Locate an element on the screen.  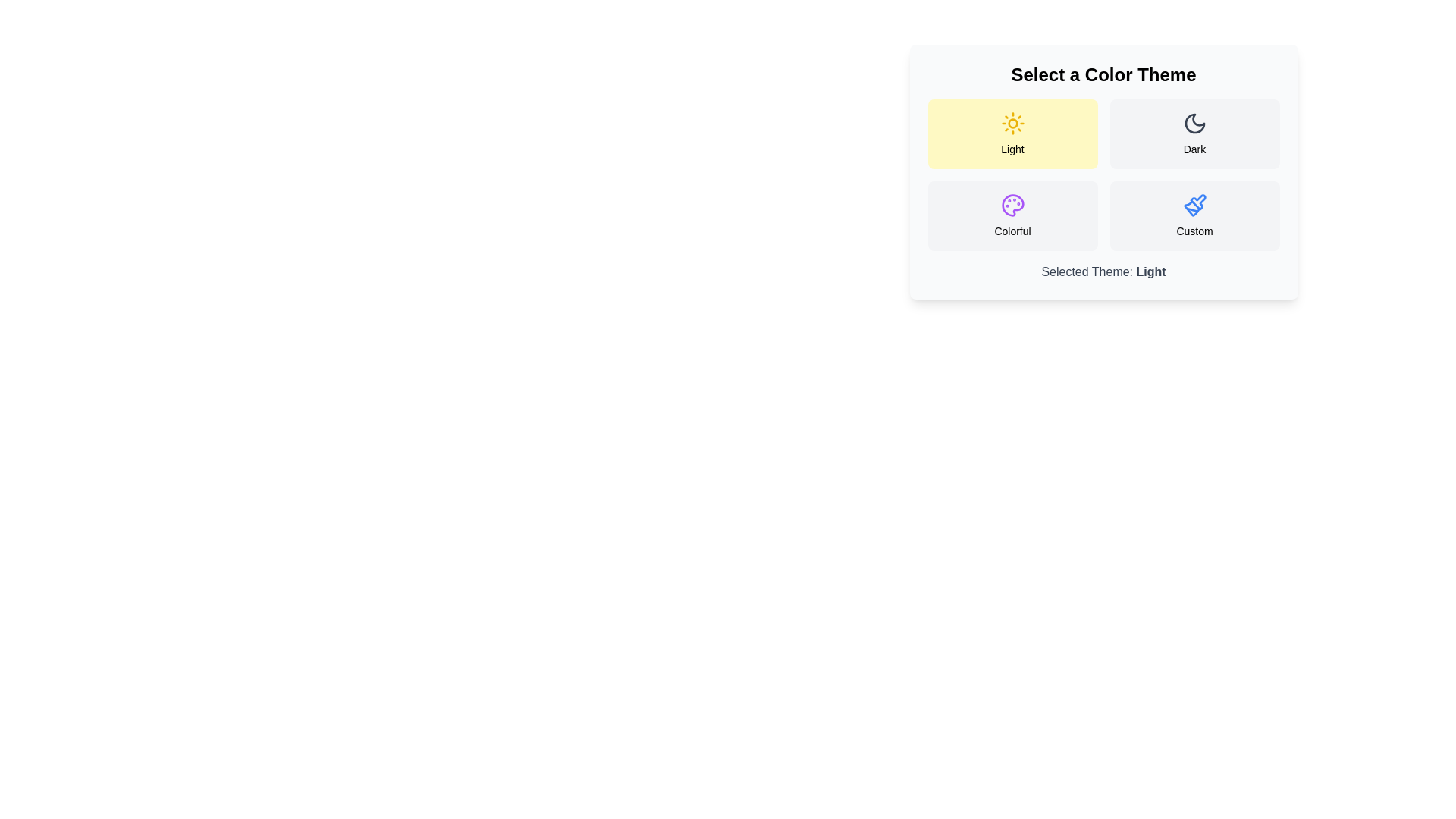
the theme button labeled 'Colorful' to observe its hover effect is located at coordinates (1012, 216).